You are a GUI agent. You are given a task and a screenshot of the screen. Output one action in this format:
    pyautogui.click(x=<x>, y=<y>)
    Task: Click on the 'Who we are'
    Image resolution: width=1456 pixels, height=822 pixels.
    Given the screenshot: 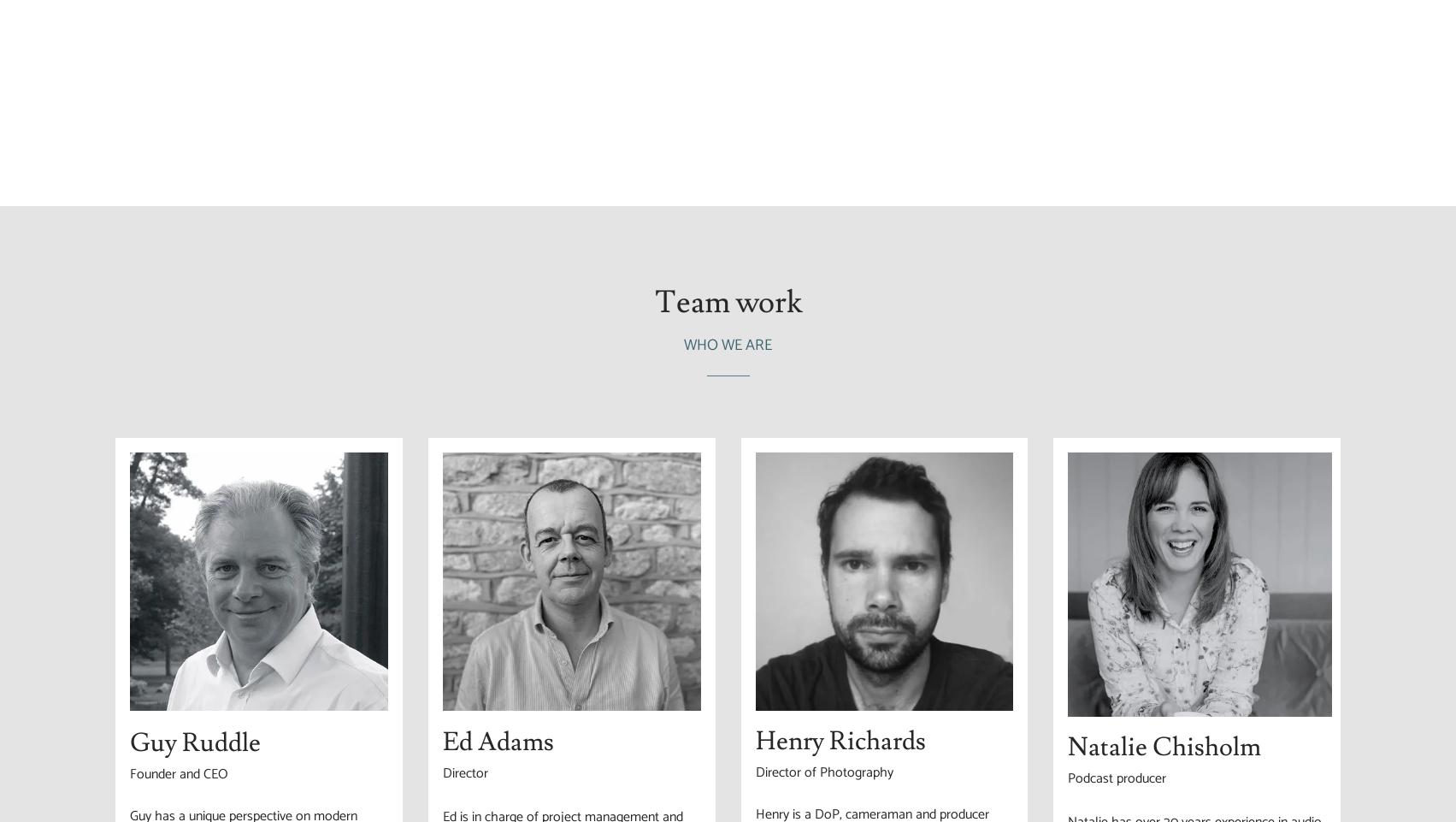 What is the action you would take?
    pyautogui.click(x=728, y=346)
    